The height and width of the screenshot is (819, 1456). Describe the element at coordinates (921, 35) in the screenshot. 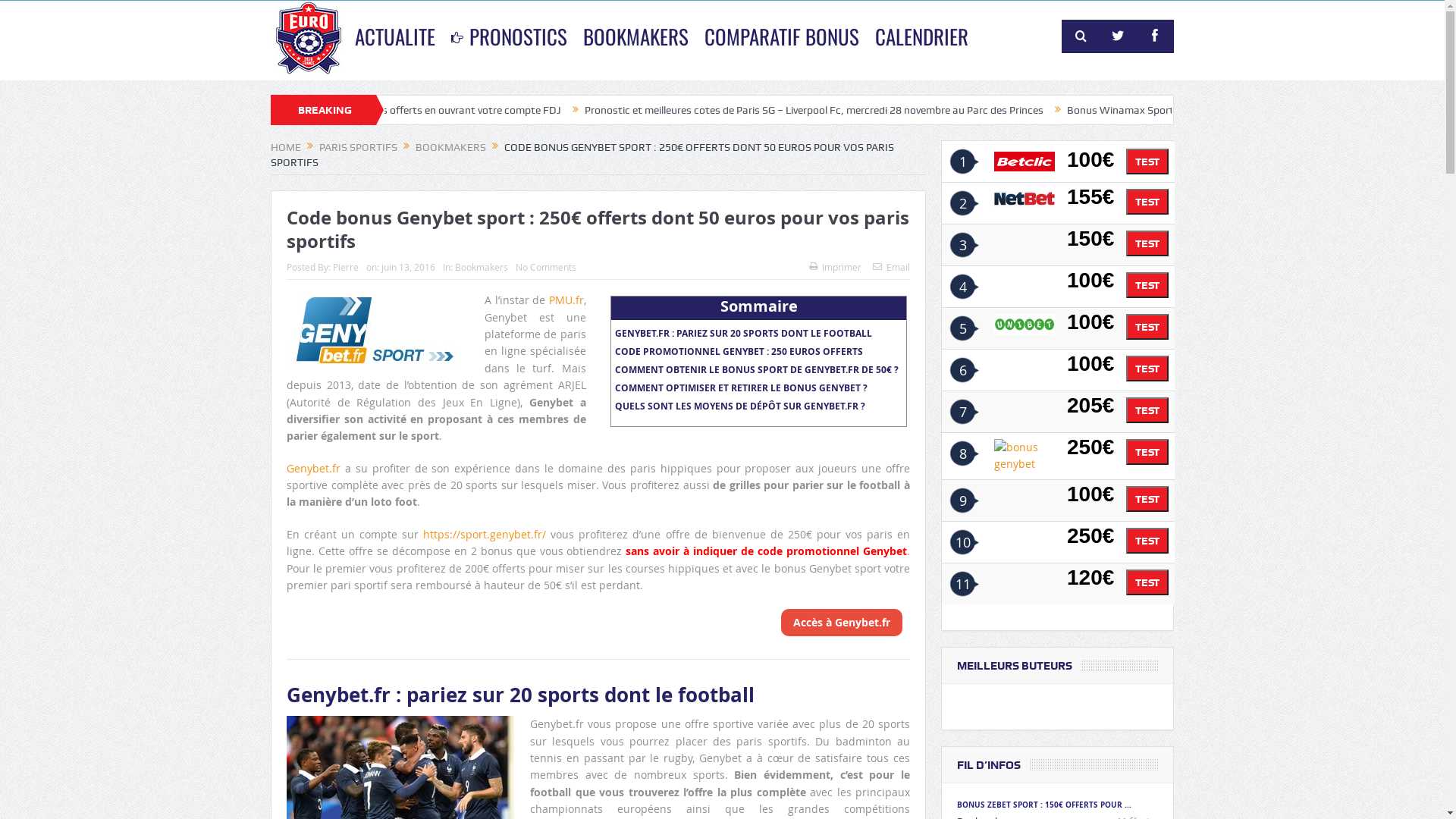

I see `'CALENDRIER'` at that location.